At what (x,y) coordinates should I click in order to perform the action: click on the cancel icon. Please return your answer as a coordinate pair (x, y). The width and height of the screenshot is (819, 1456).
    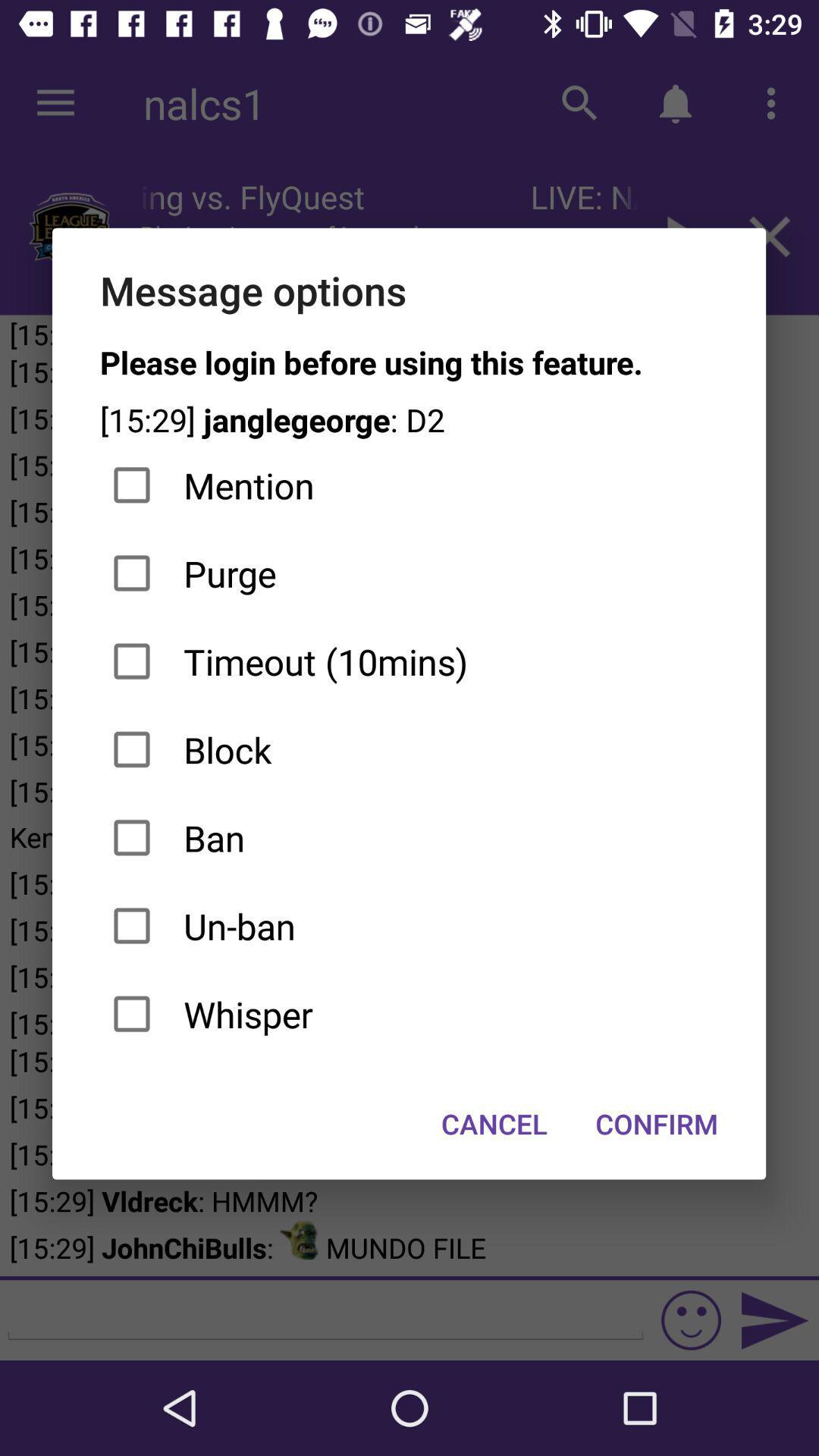
    Looking at the image, I should click on (494, 1124).